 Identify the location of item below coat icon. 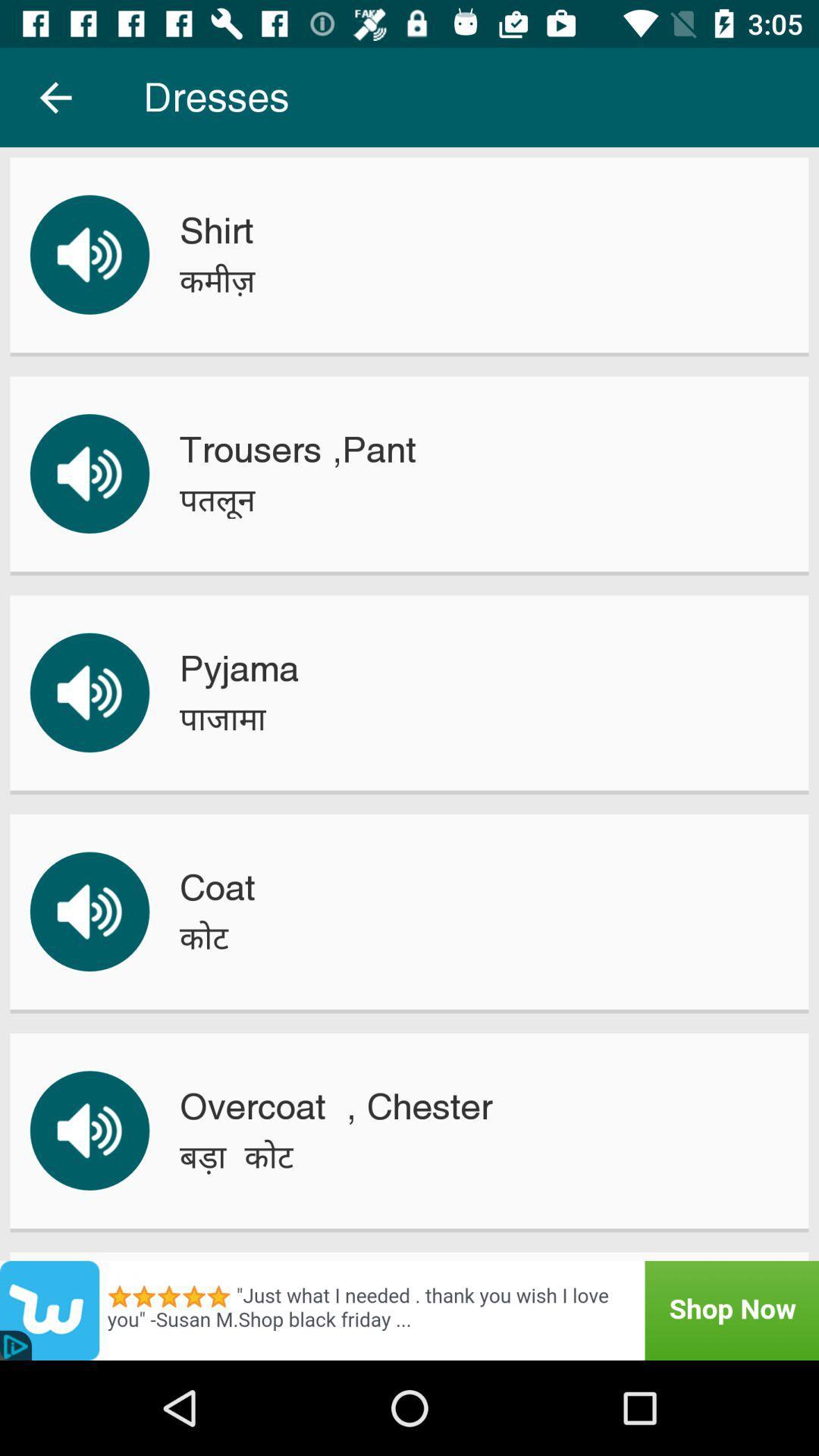
(203, 937).